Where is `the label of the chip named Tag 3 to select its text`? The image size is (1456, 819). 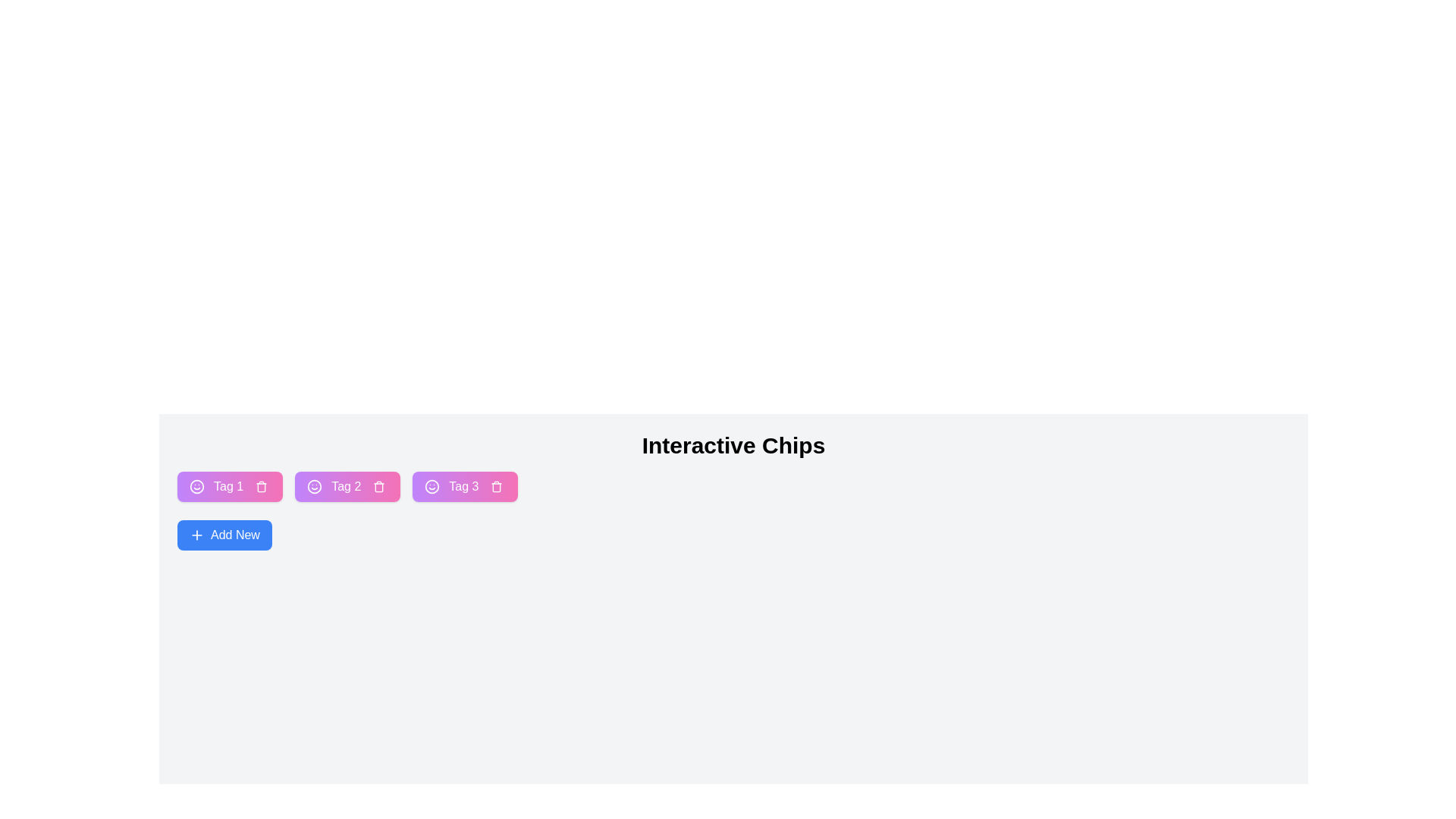 the label of the chip named Tag 3 to select its text is located at coordinates (463, 486).